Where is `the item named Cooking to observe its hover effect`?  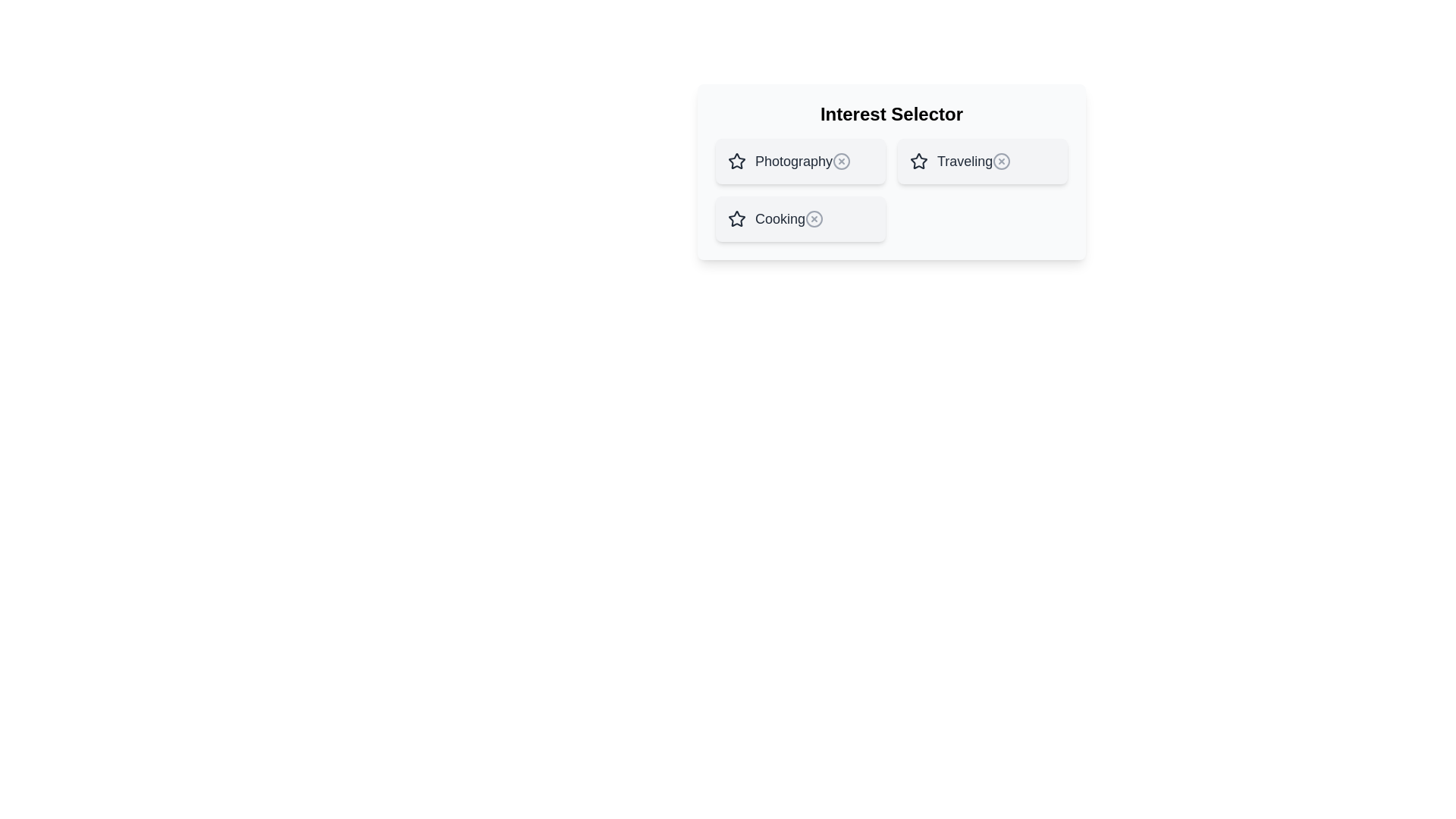 the item named Cooking to observe its hover effect is located at coordinates (800, 219).